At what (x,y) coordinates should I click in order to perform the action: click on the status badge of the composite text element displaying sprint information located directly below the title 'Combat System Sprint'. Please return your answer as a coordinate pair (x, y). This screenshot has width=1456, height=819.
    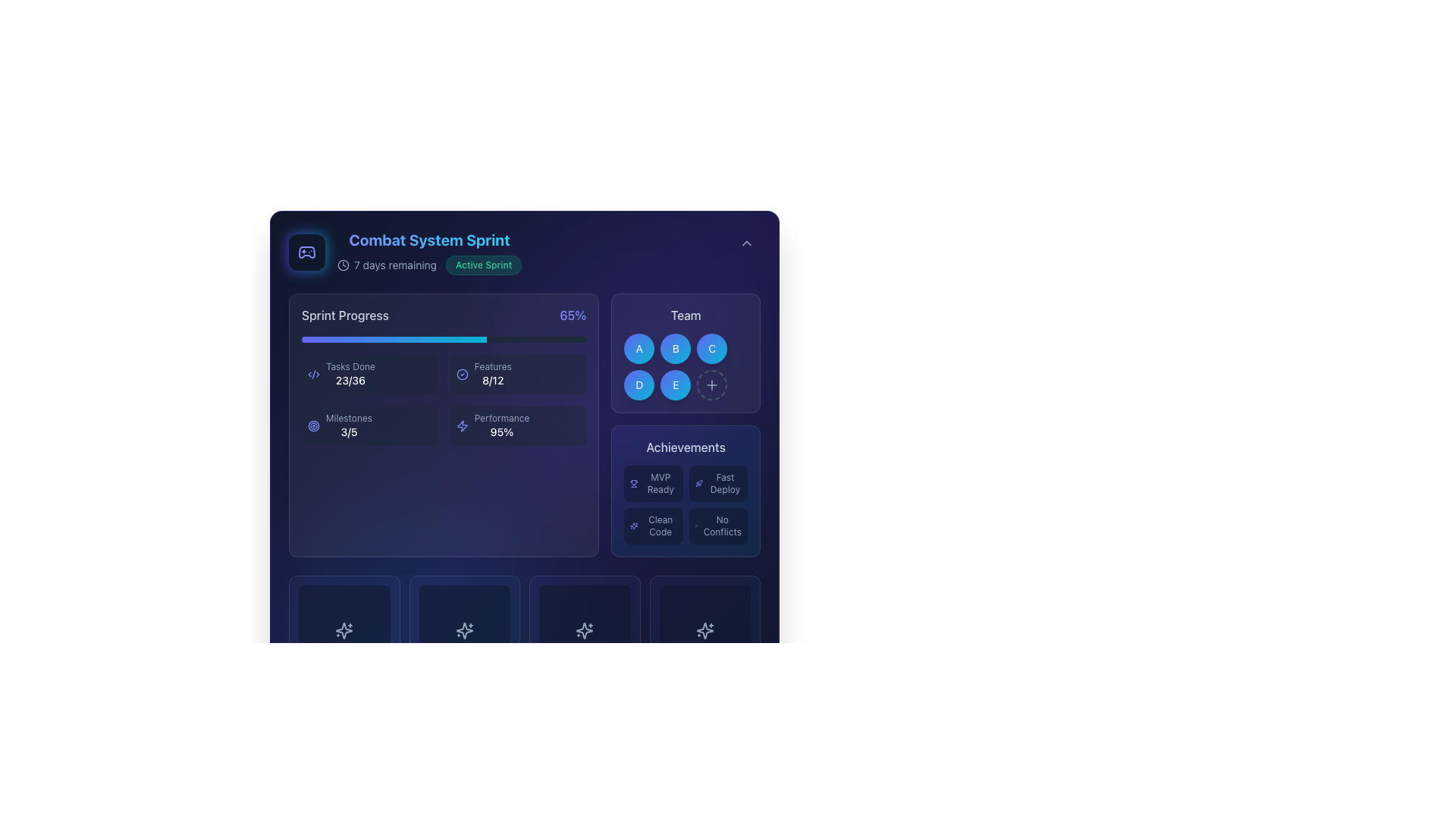
    Looking at the image, I should click on (428, 265).